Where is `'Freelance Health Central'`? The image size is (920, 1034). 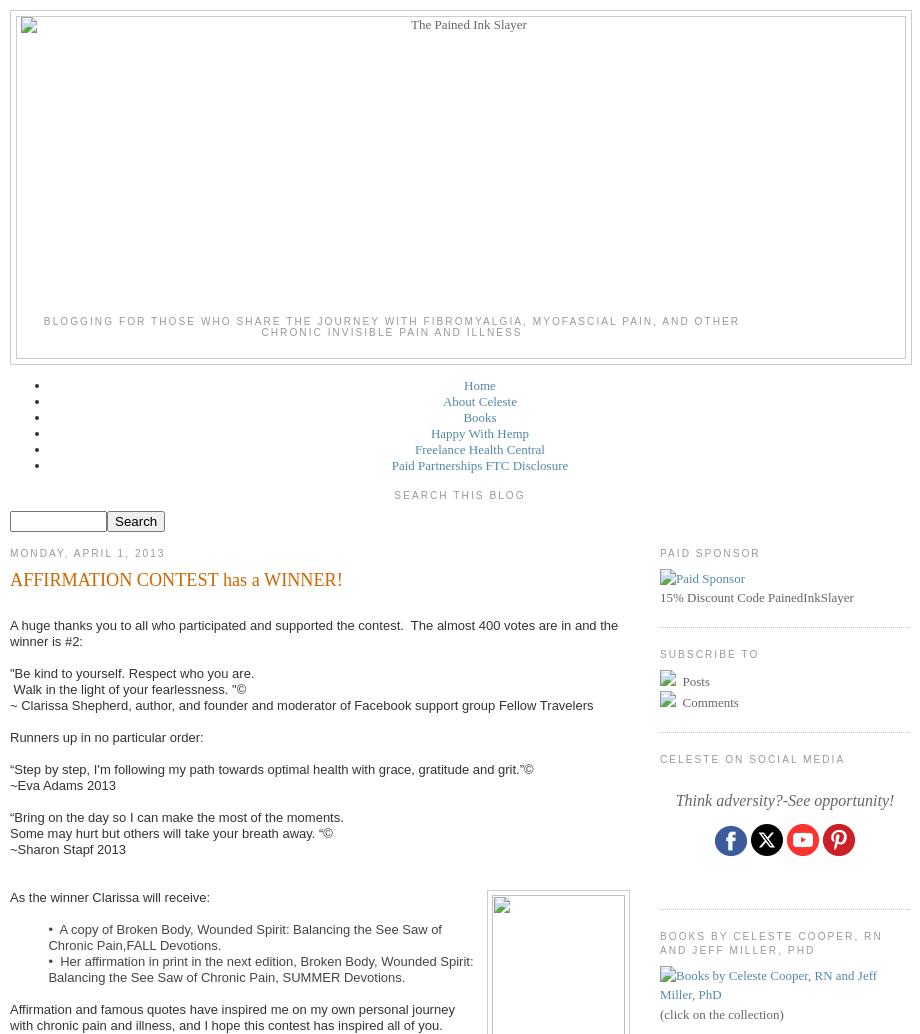 'Freelance Health Central' is located at coordinates (479, 448).